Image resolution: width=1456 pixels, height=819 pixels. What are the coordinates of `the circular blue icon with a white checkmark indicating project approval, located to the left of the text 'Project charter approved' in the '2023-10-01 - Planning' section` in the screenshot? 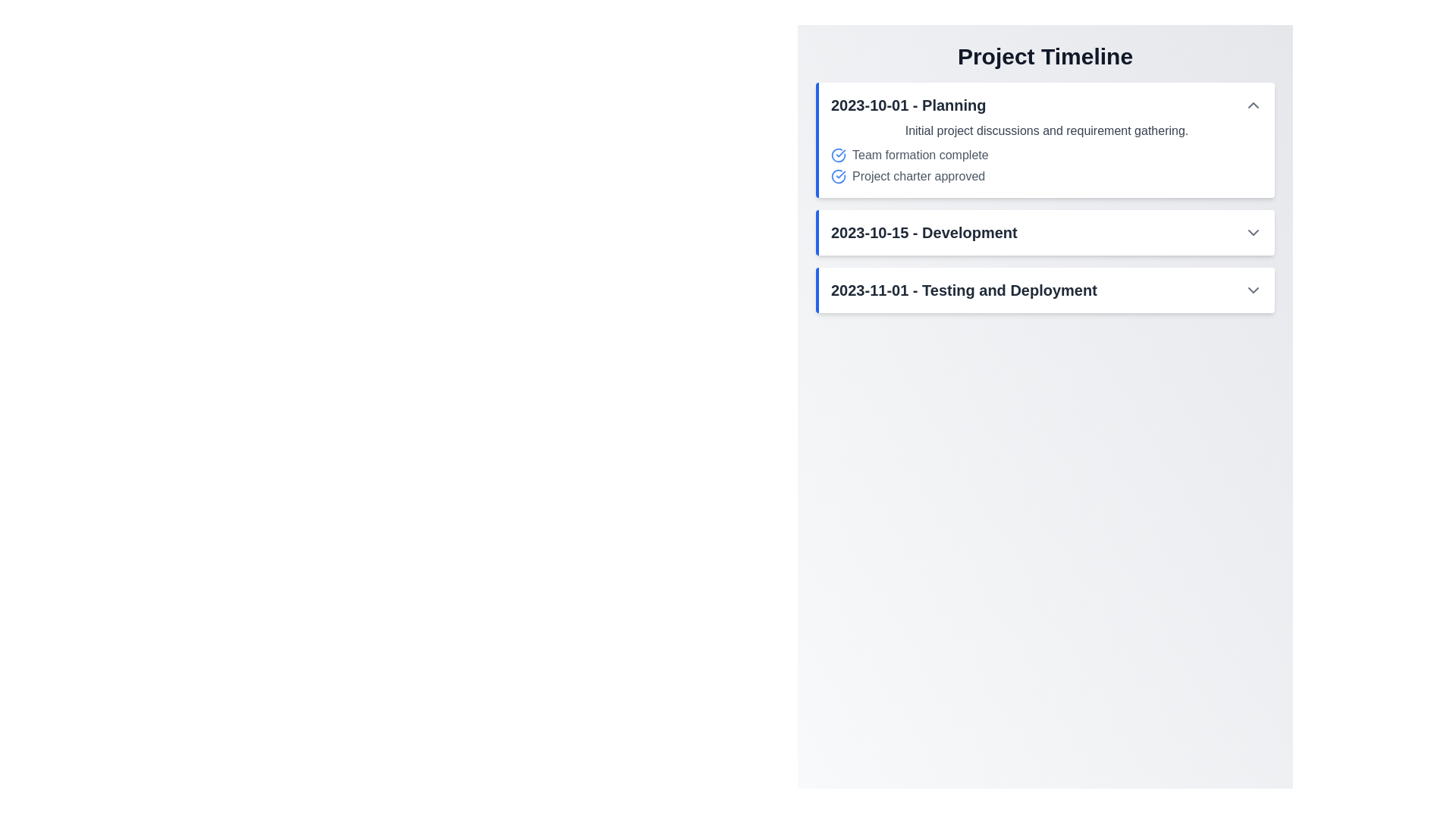 It's located at (837, 175).